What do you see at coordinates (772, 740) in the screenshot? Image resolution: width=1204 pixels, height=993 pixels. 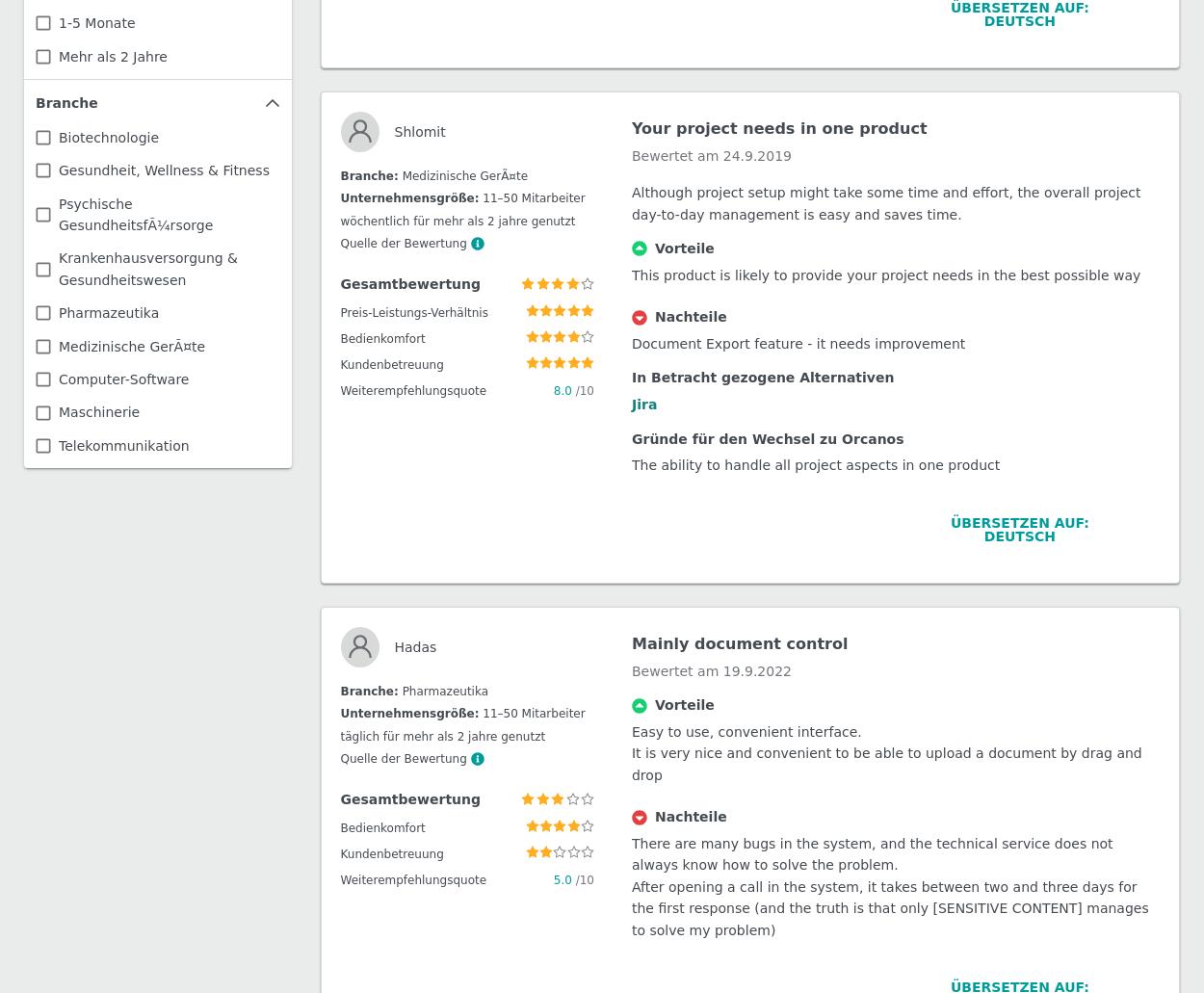 I see `'Excellent one stop shop product'` at bounding box center [772, 740].